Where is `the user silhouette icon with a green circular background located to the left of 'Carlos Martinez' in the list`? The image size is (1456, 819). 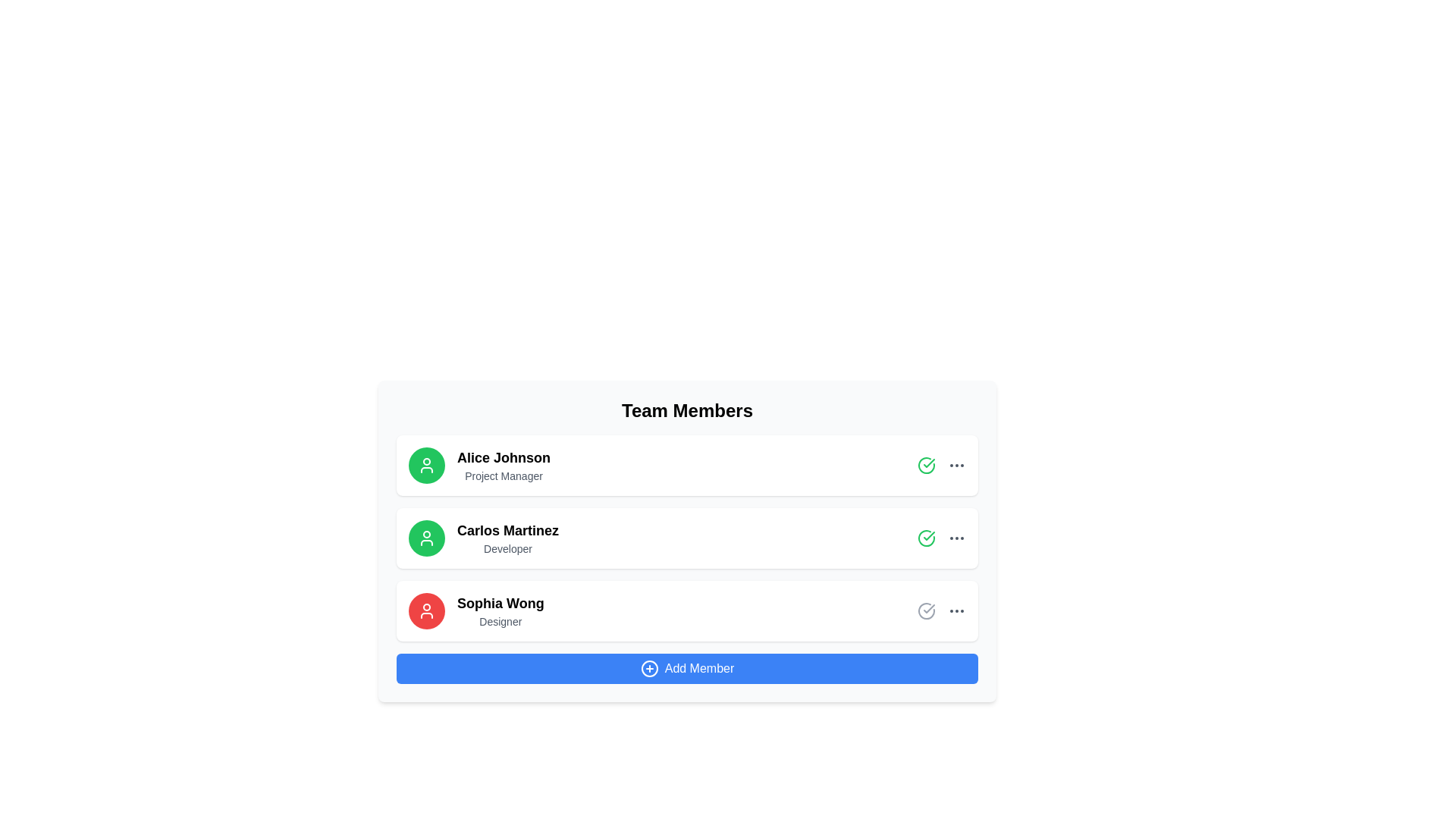 the user silhouette icon with a green circular background located to the left of 'Carlos Martinez' in the list is located at coordinates (425, 464).